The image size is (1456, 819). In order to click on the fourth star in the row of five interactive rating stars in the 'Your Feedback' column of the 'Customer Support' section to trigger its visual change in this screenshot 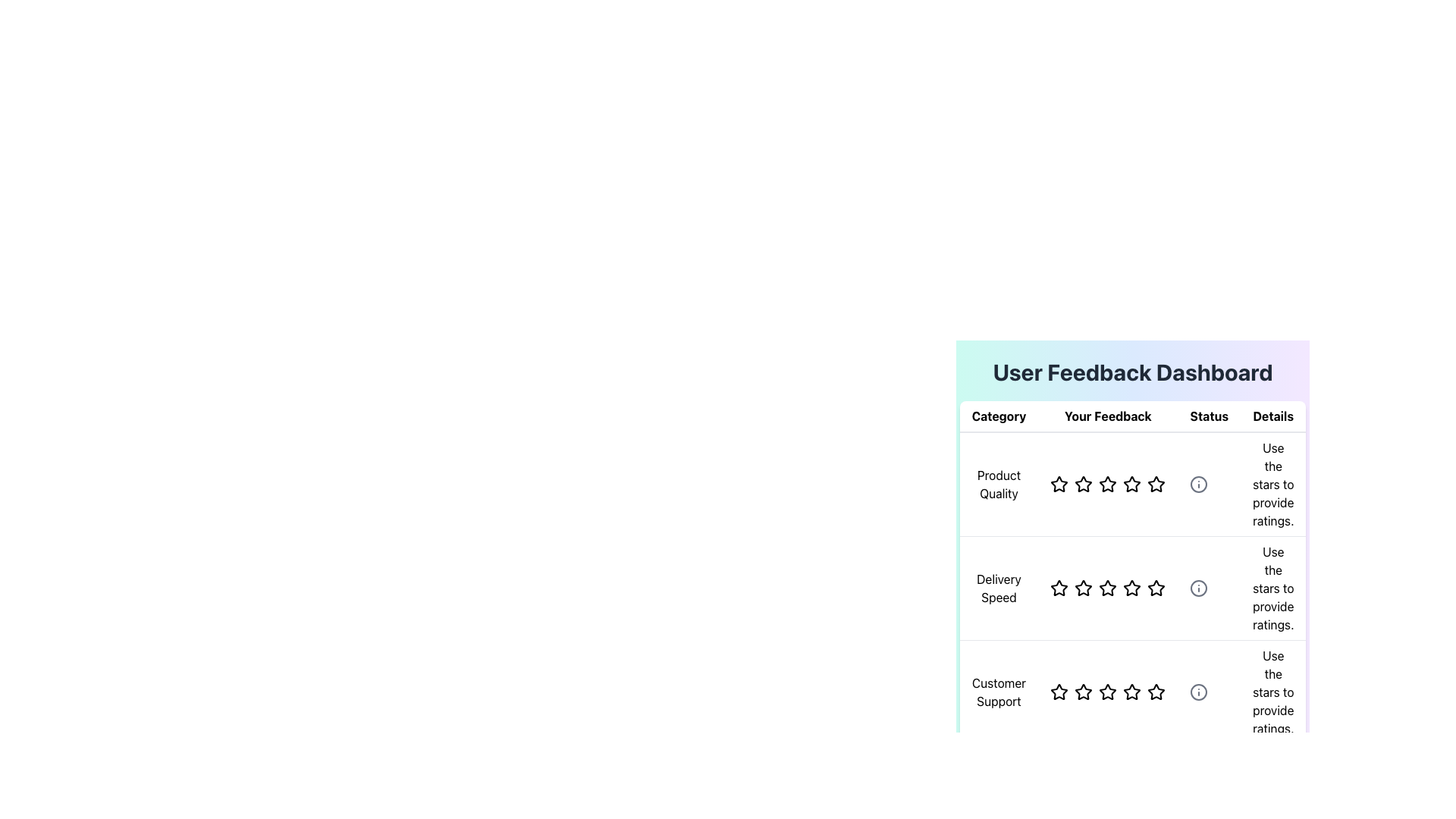, I will do `click(1108, 692)`.